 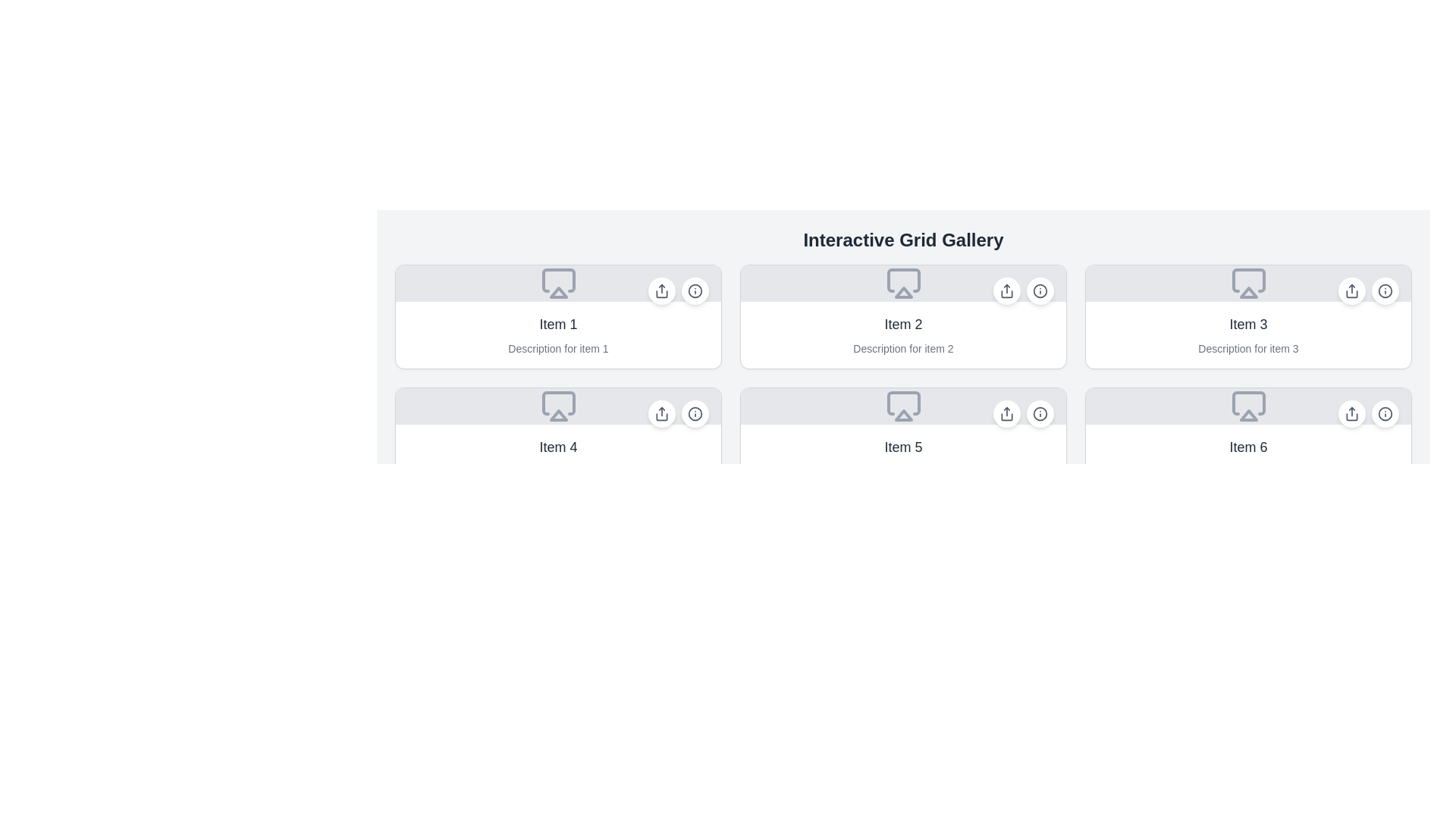 I want to click on the hoverable overlay located on the last card in the second row, which overlays the title 'Item 6' and the description 'Description for item 6', so click(x=1248, y=439).